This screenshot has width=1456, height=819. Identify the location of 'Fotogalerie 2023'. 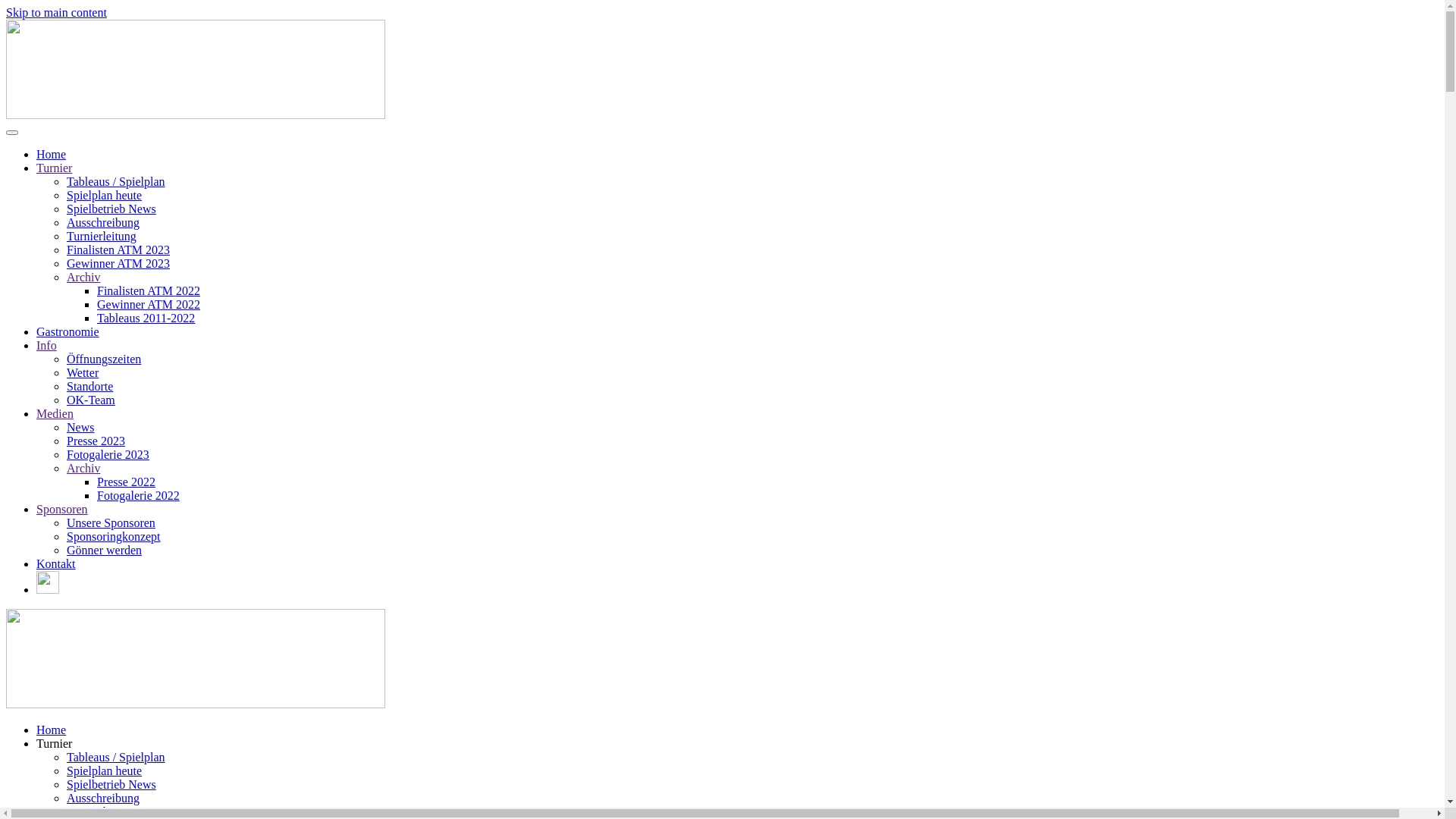
(107, 453).